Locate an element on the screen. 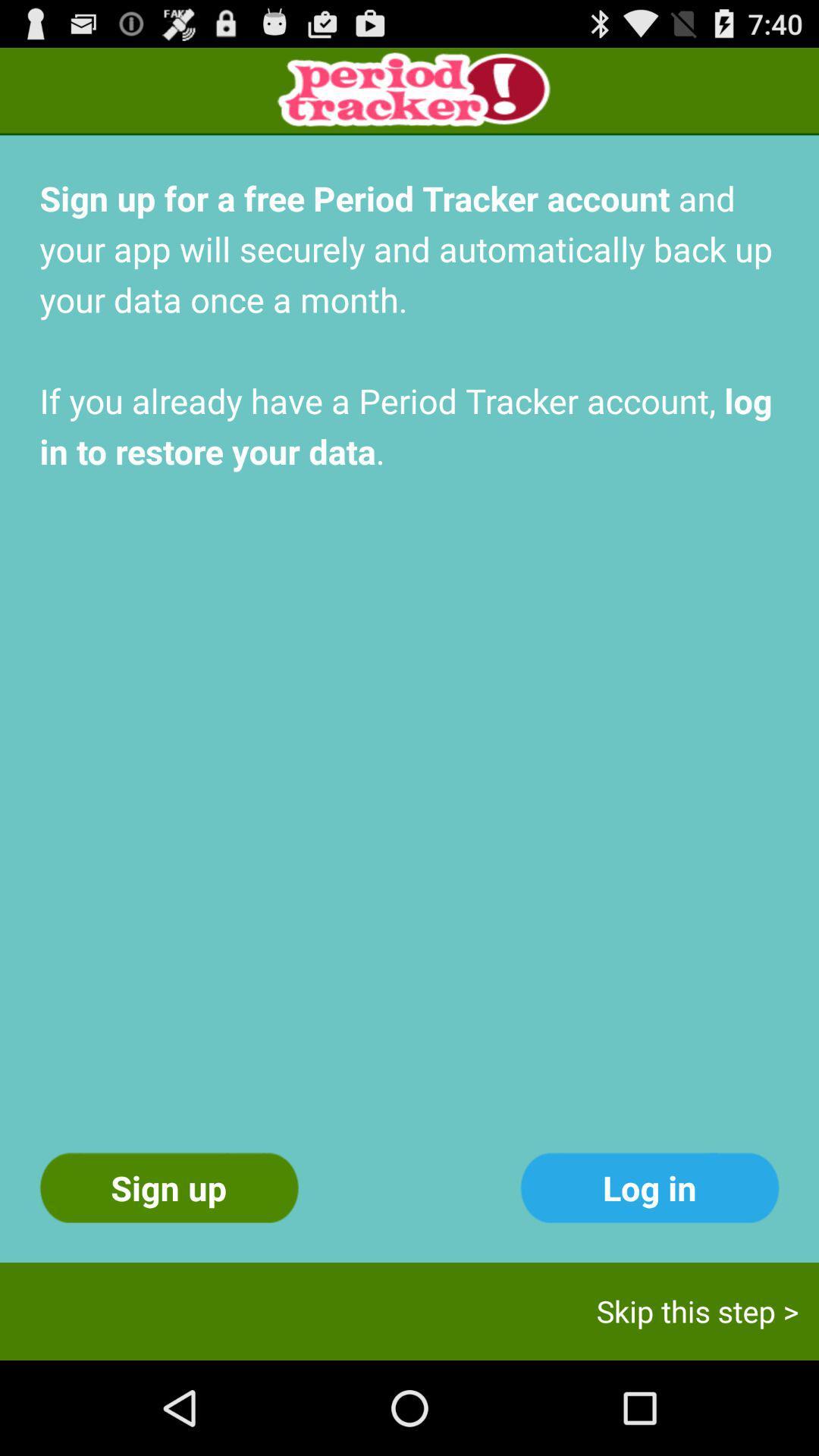 The image size is (819, 1456). the app above the skip this step > app is located at coordinates (648, 1187).